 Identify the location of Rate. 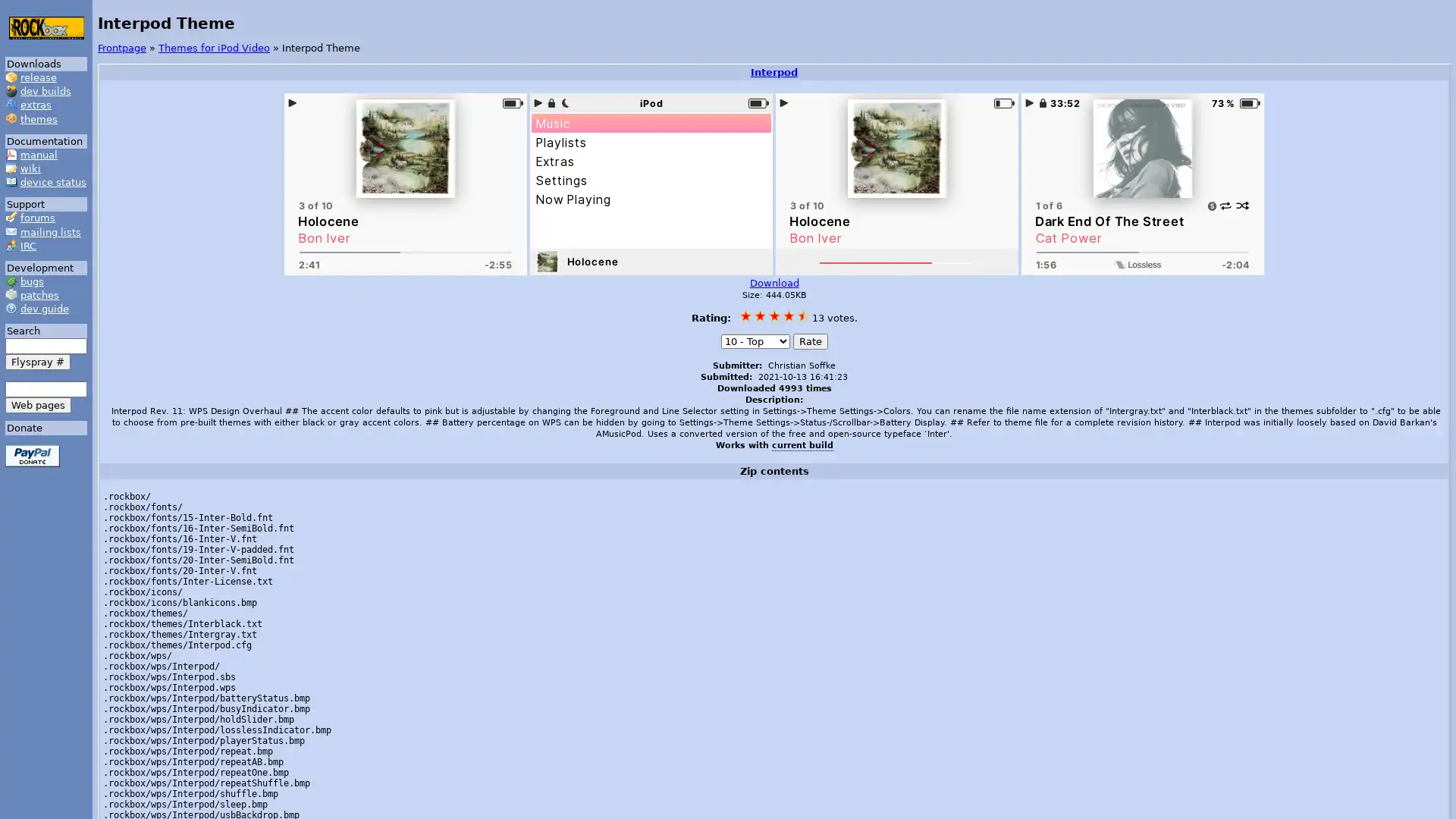
(809, 341).